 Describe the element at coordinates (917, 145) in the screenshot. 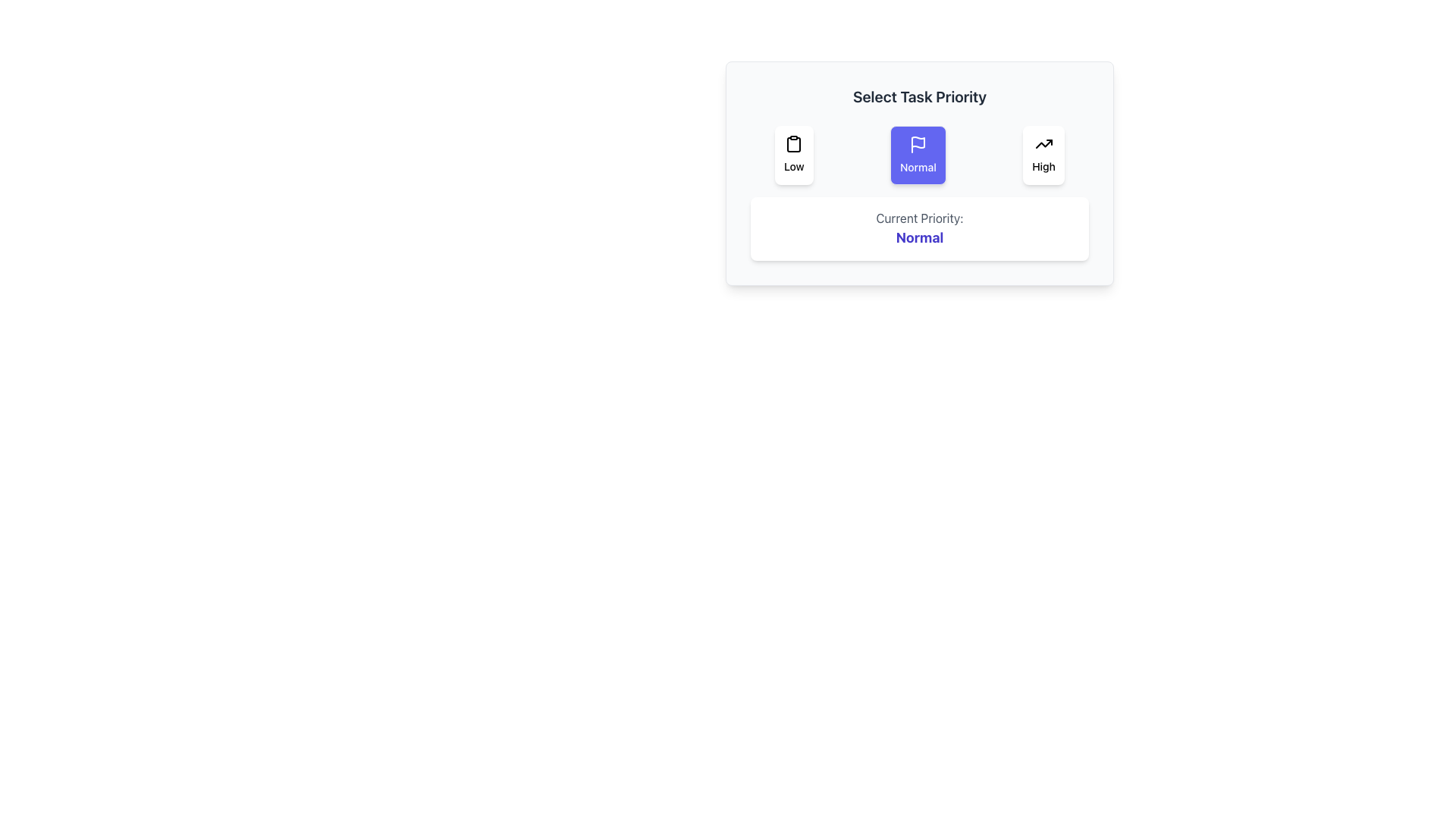

I see `the flag icon located in the 'Normal' block, which is highlighted in blue and positioned above the text 'Normal'` at that location.